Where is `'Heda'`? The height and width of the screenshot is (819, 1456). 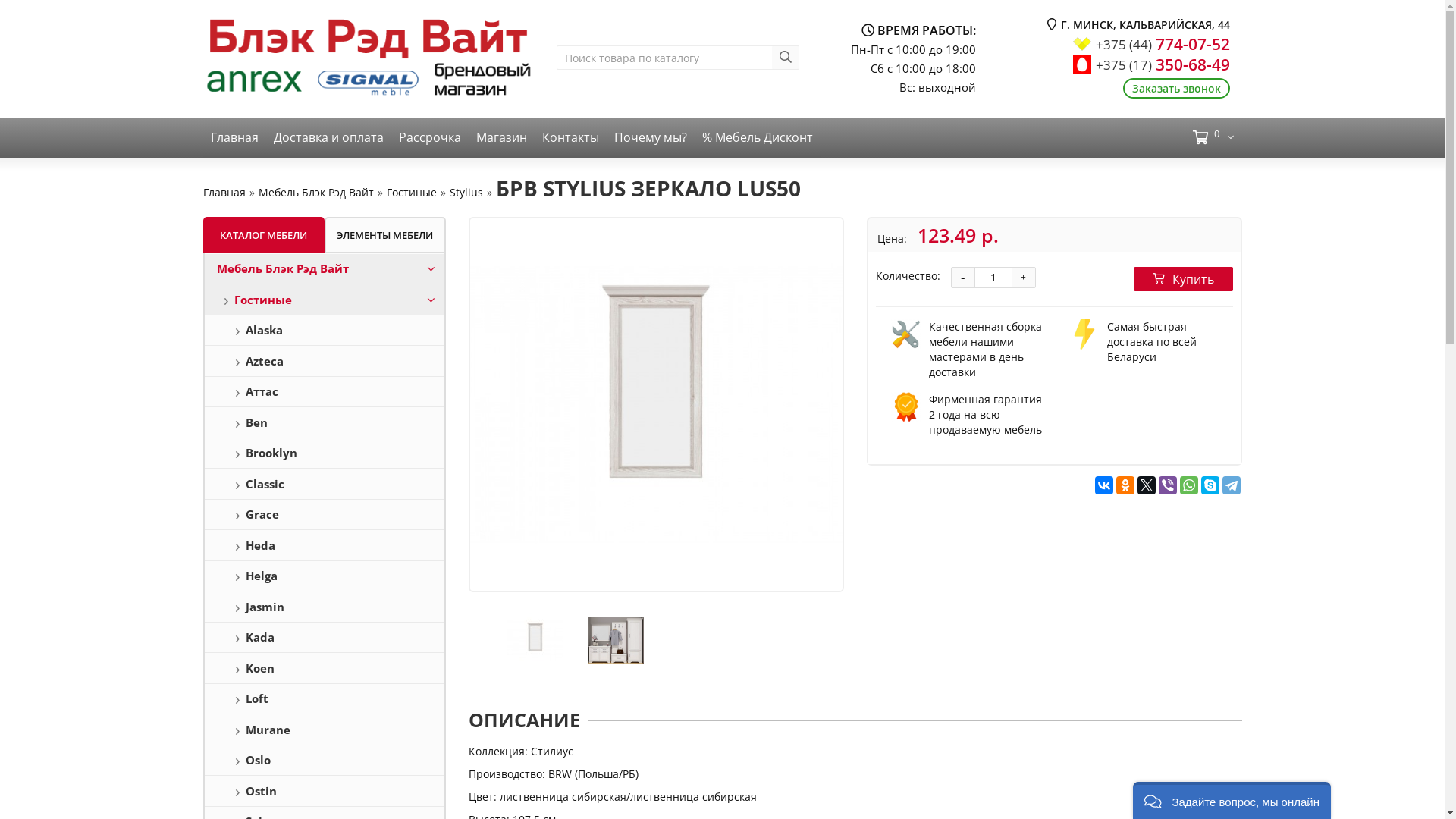
'Heda' is located at coordinates (323, 544).